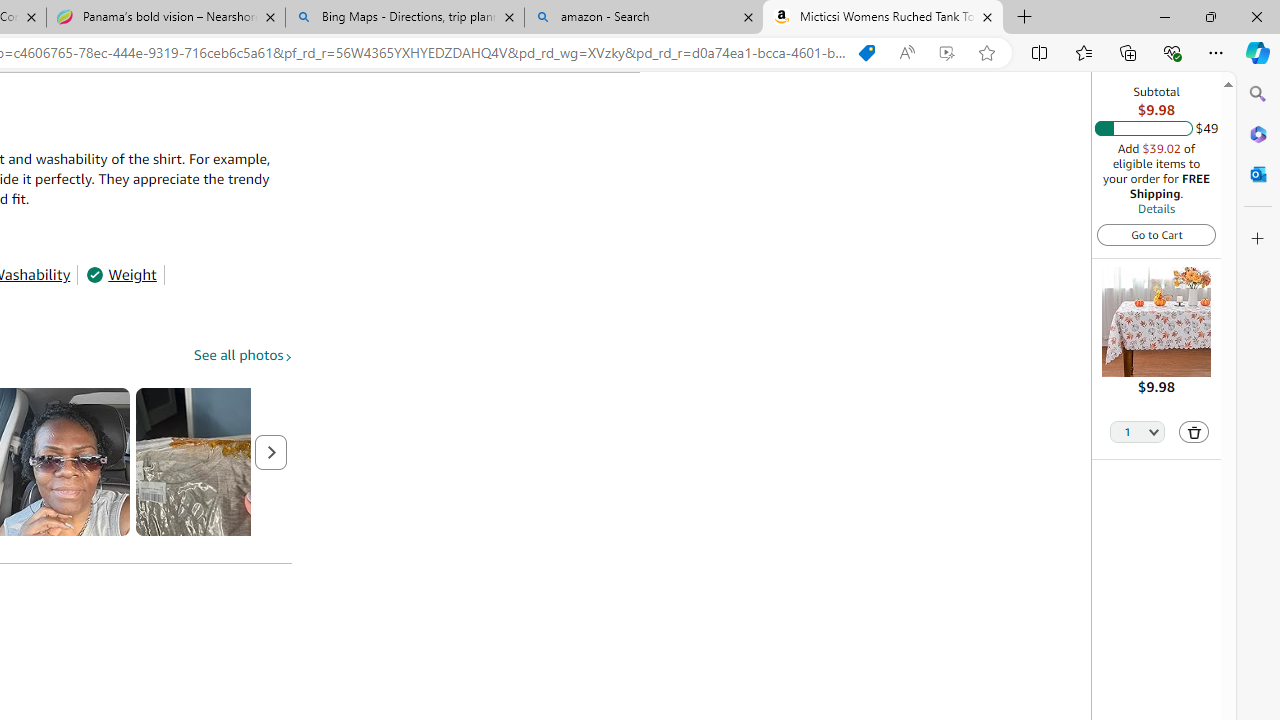  I want to click on 'Enhance video', so click(945, 52).